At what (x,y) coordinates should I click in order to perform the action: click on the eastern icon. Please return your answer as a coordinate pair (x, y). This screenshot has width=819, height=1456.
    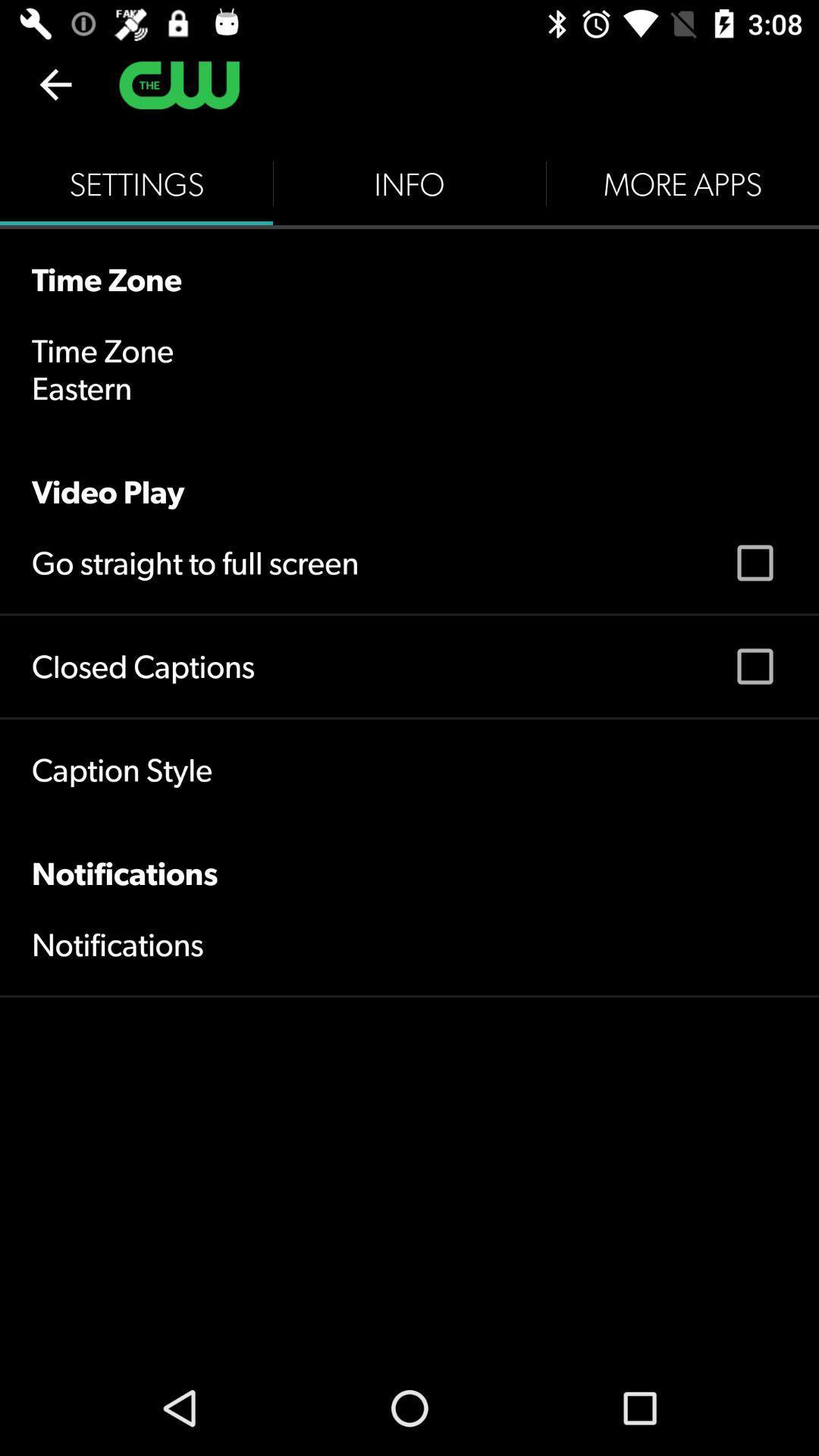
    Looking at the image, I should click on (82, 388).